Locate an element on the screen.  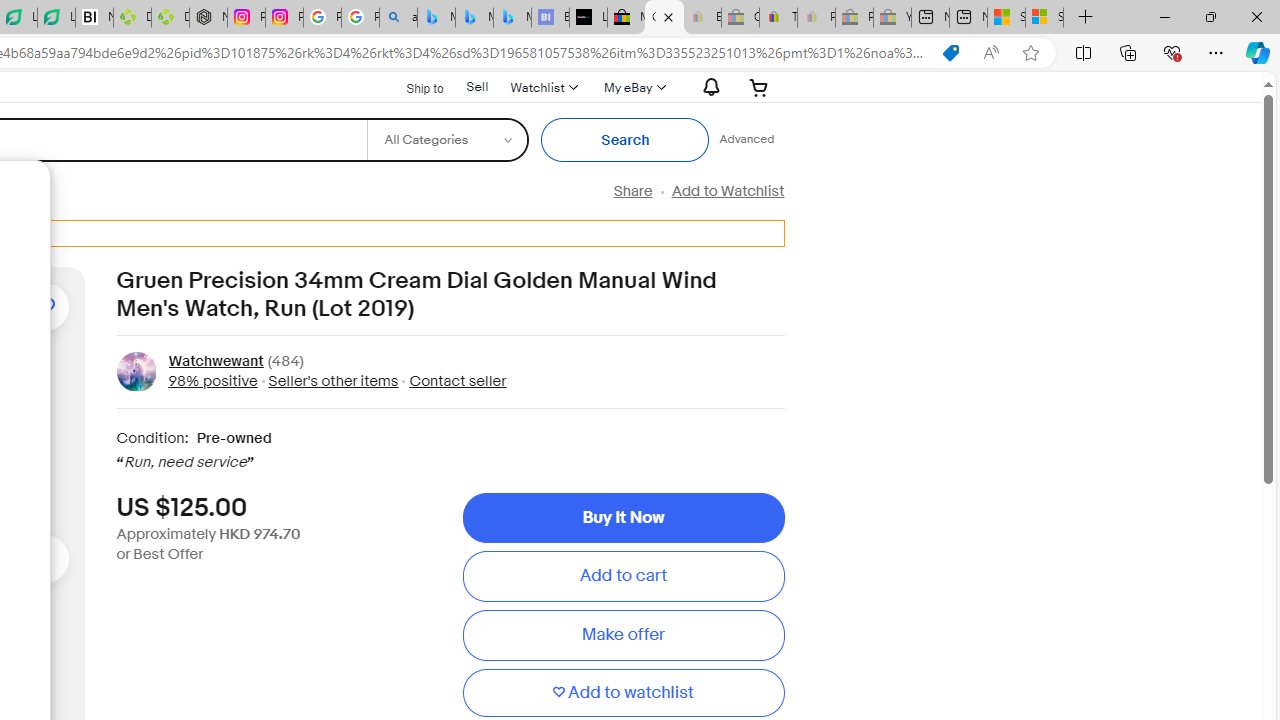
'Watchlist' is located at coordinates (543, 86).